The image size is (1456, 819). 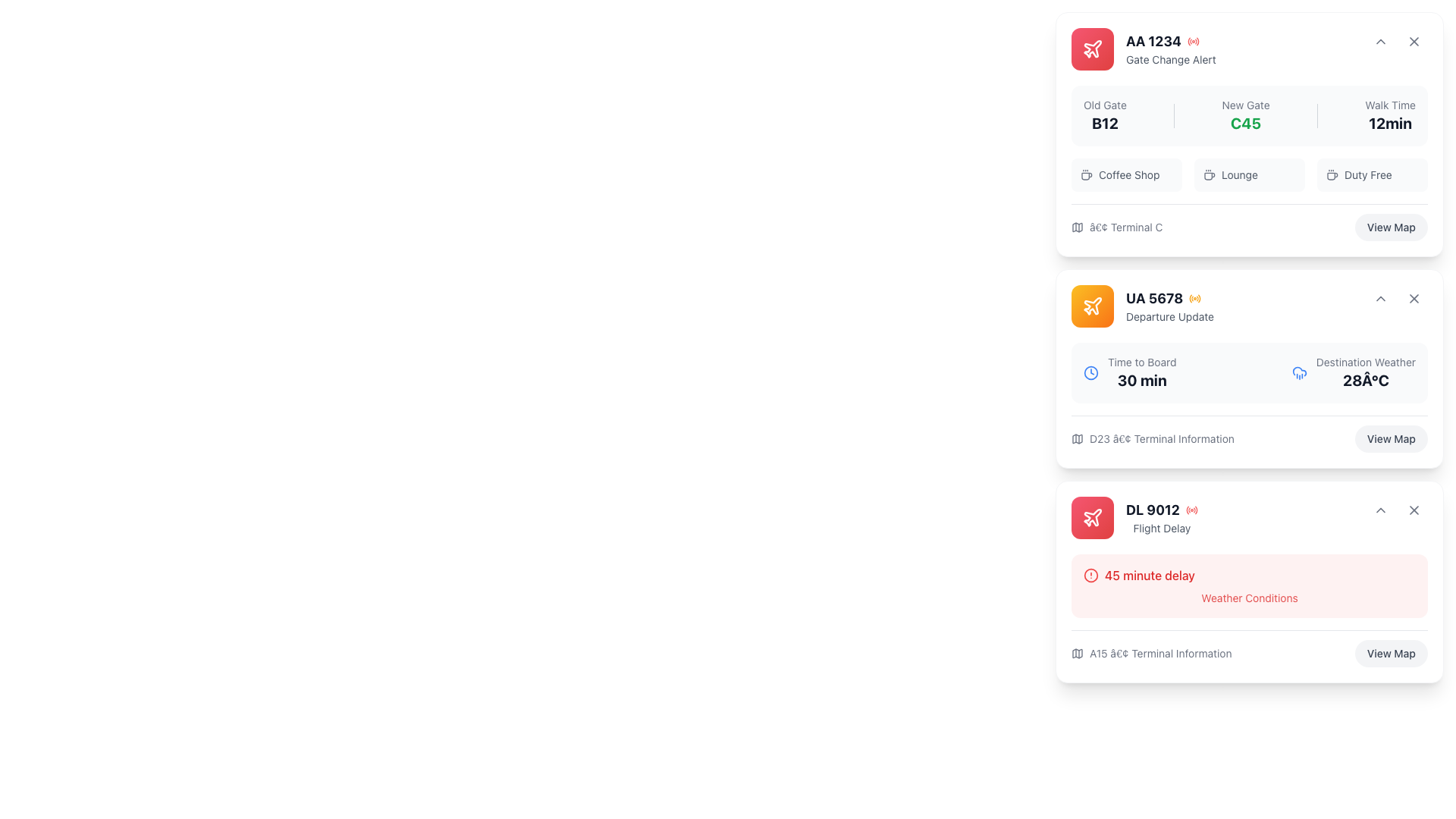 I want to click on the animation of the small circular red icon pulsating adjacent to the text 'DL 9012' within the card interface, so click(x=1191, y=510).